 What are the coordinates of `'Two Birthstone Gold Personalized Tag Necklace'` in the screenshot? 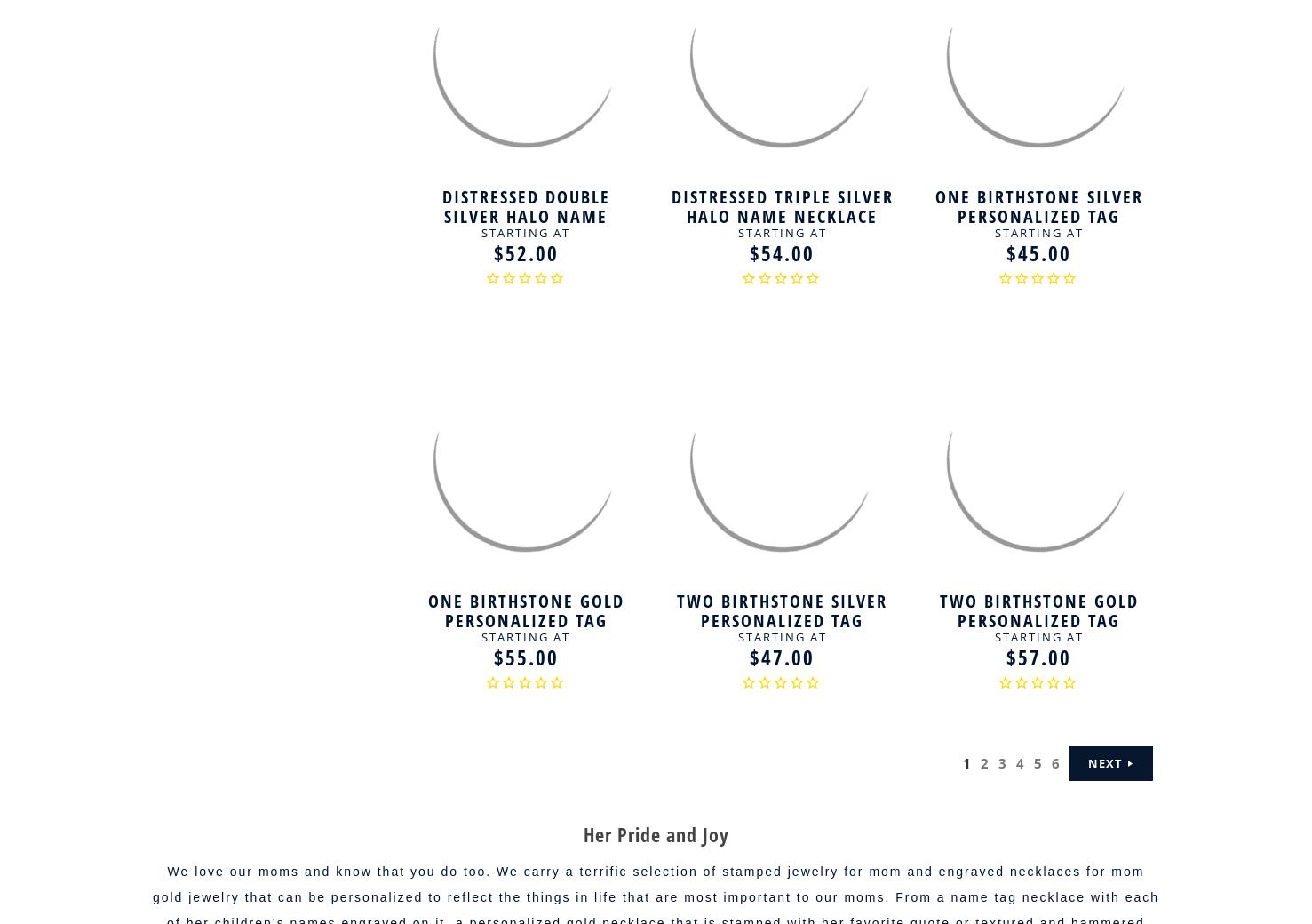 It's located at (1038, 620).